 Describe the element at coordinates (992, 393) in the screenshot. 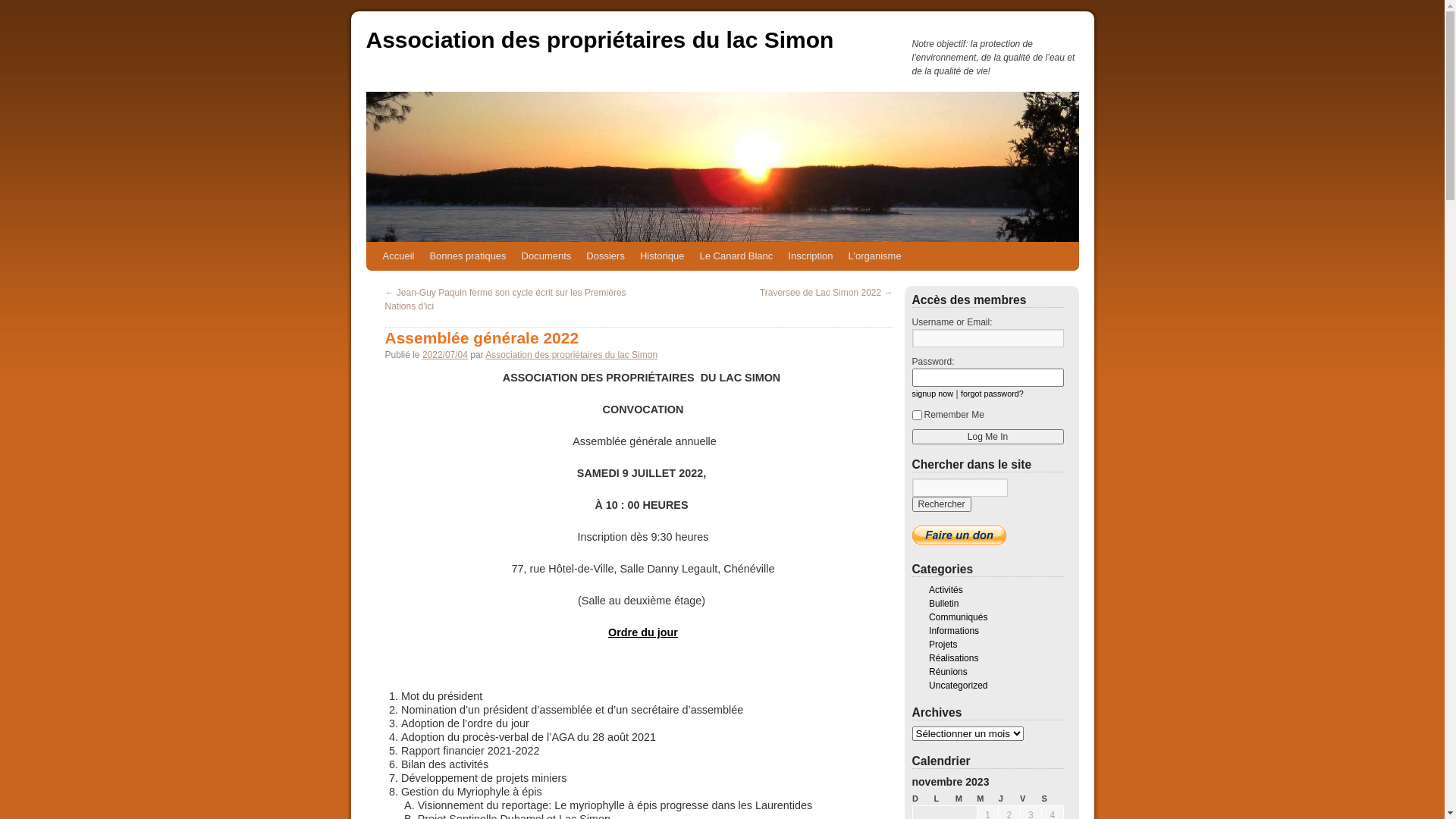

I see `'forgot password?'` at that location.